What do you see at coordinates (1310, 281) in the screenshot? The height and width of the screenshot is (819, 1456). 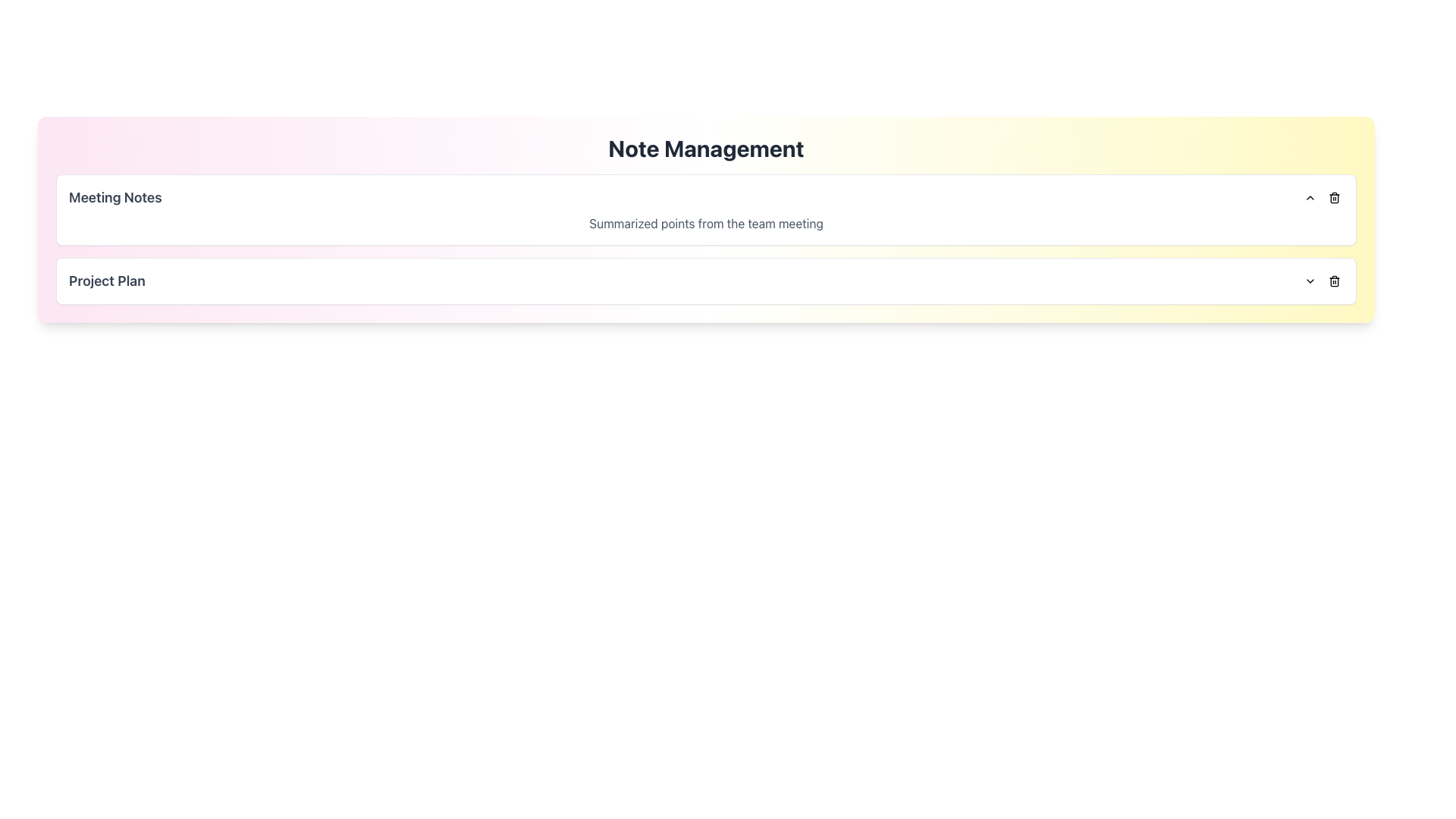 I see `the Dropdown chevron button located within the 'Project Plan' section` at bounding box center [1310, 281].